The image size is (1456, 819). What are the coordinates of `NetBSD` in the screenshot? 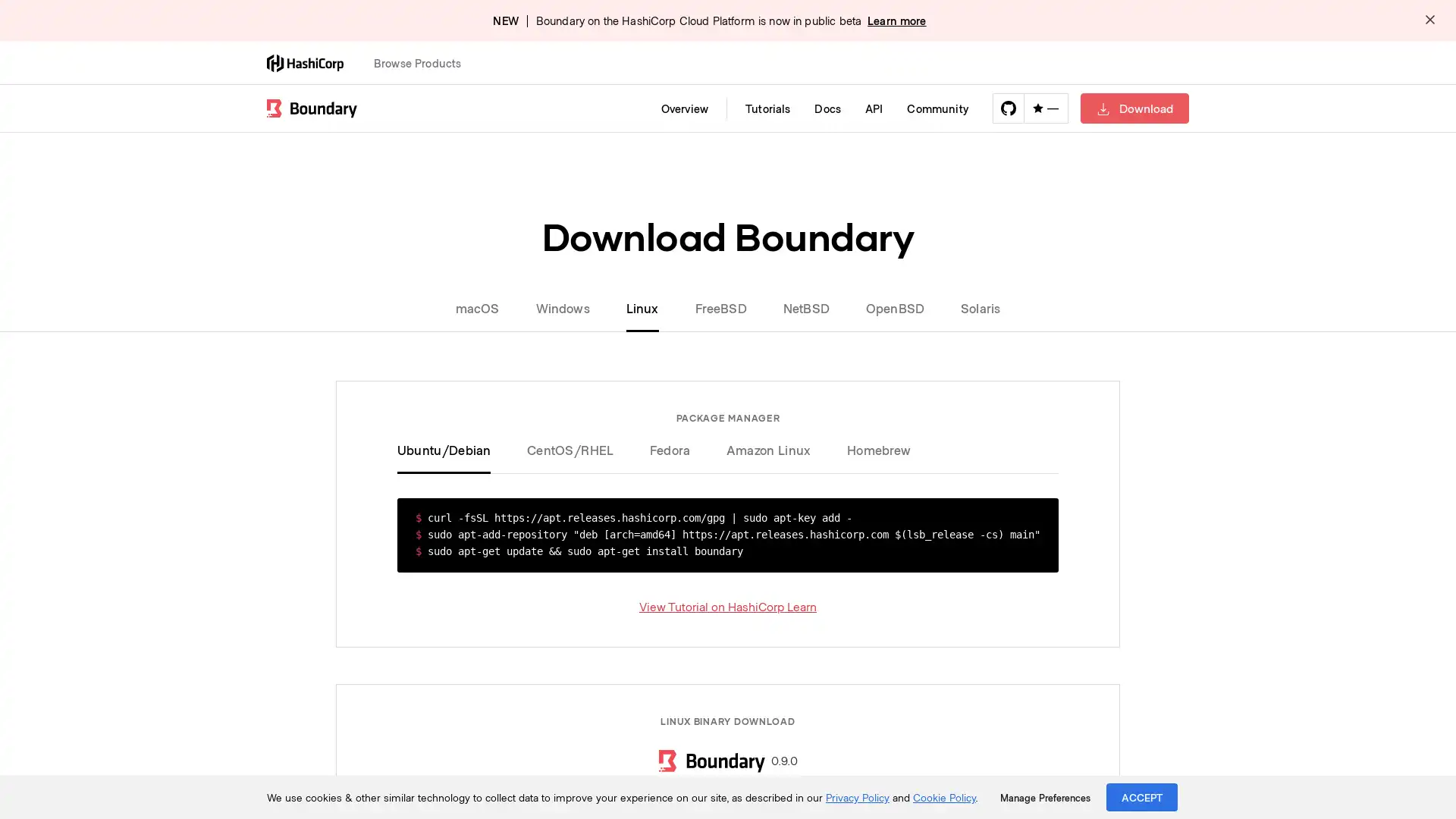 It's located at (805, 307).